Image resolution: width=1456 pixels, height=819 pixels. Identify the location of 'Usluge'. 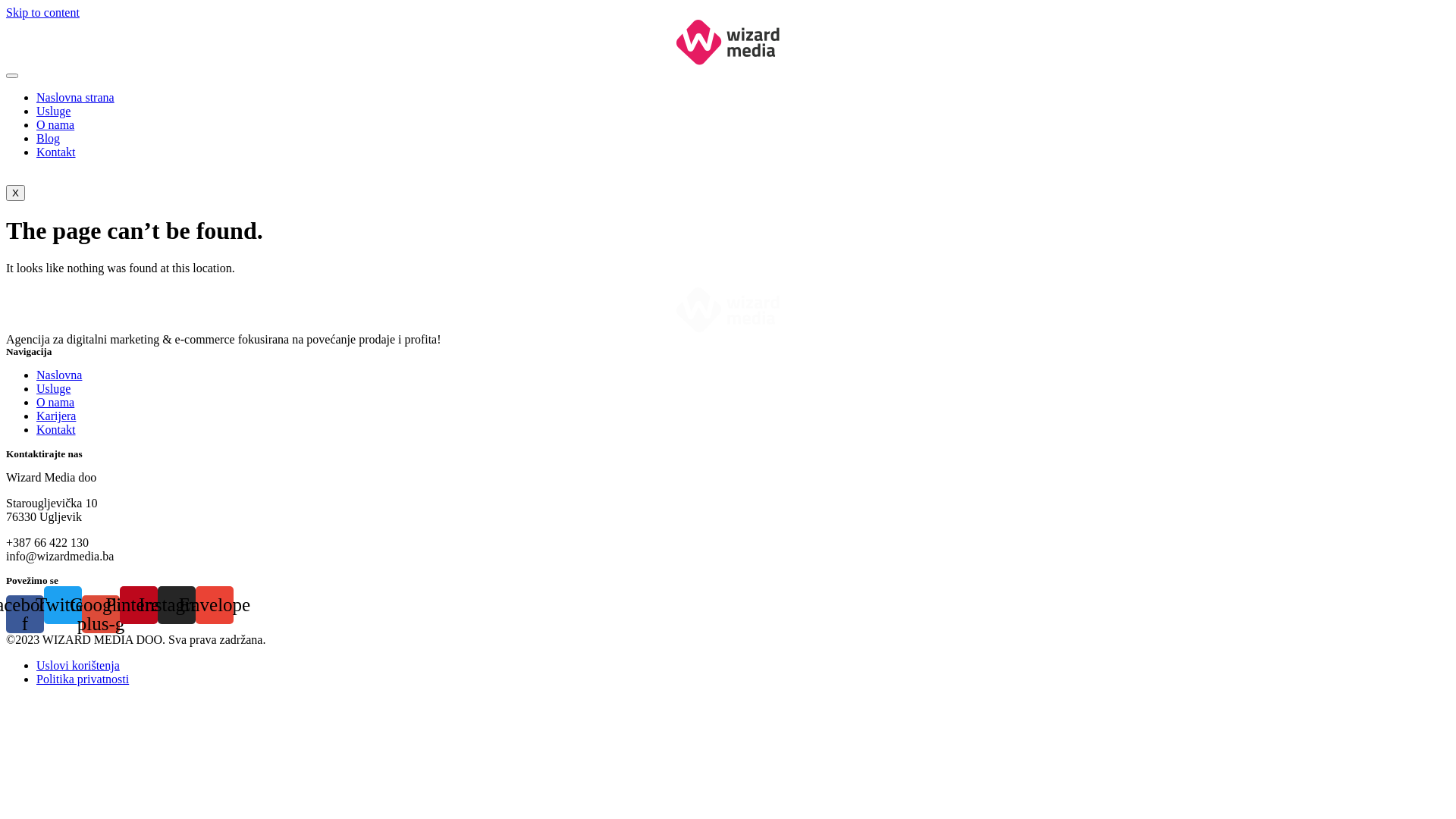
(53, 388).